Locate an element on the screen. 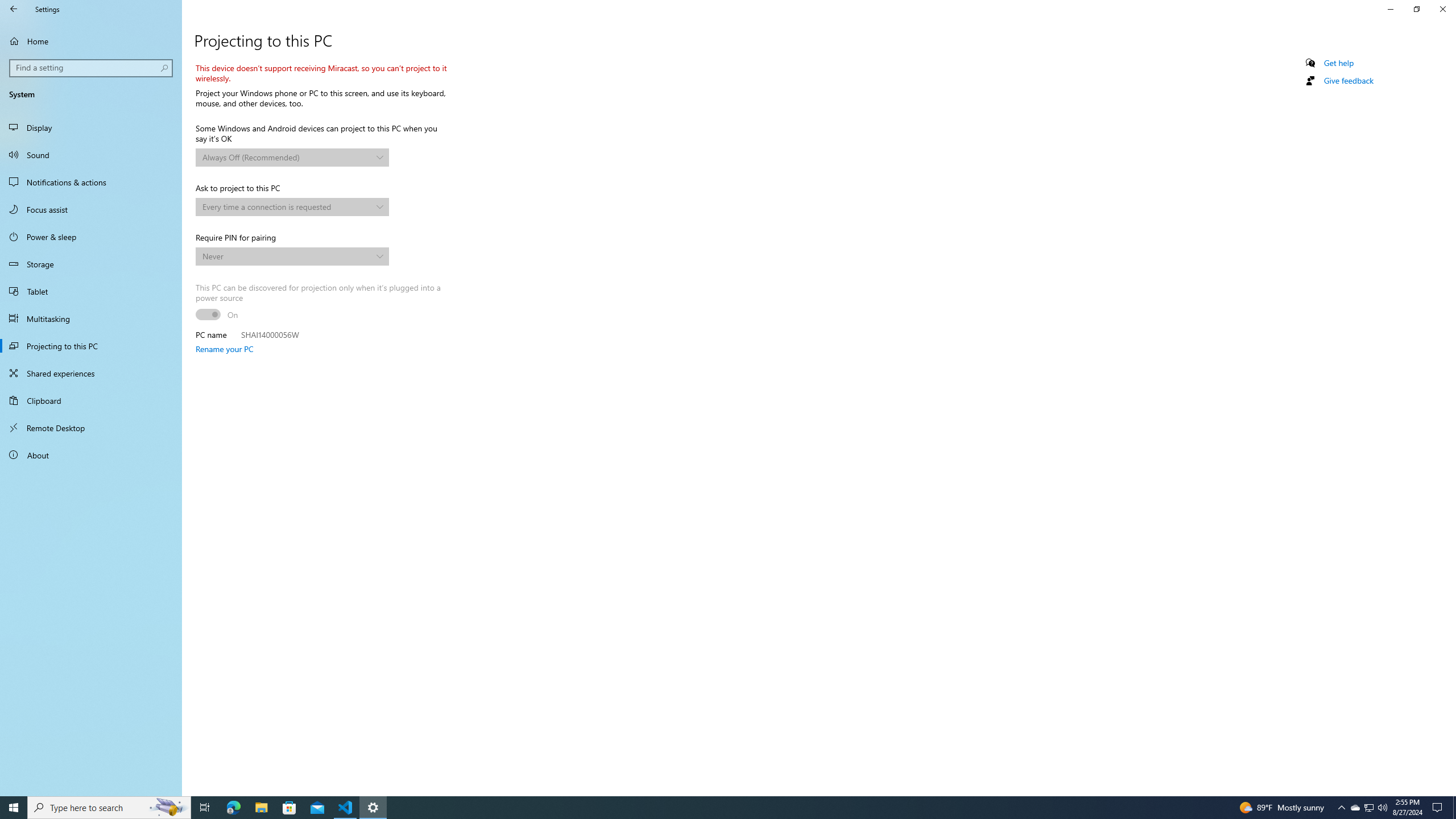 Image resolution: width=1456 pixels, height=819 pixels. 'Minimize Settings' is located at coordinates (1389, 9).